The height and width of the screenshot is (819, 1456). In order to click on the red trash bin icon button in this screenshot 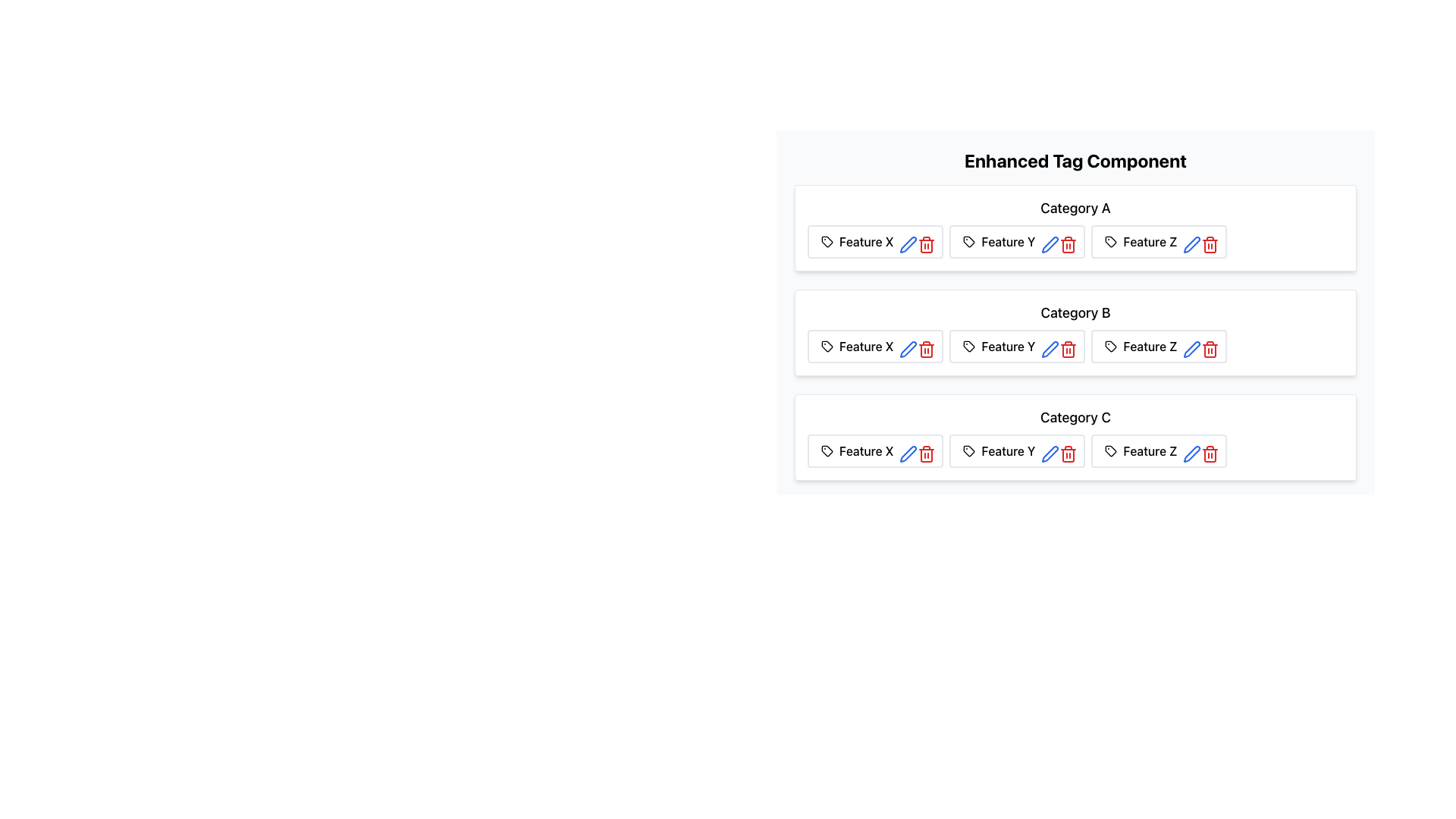, I will do `click(926, 244)`.